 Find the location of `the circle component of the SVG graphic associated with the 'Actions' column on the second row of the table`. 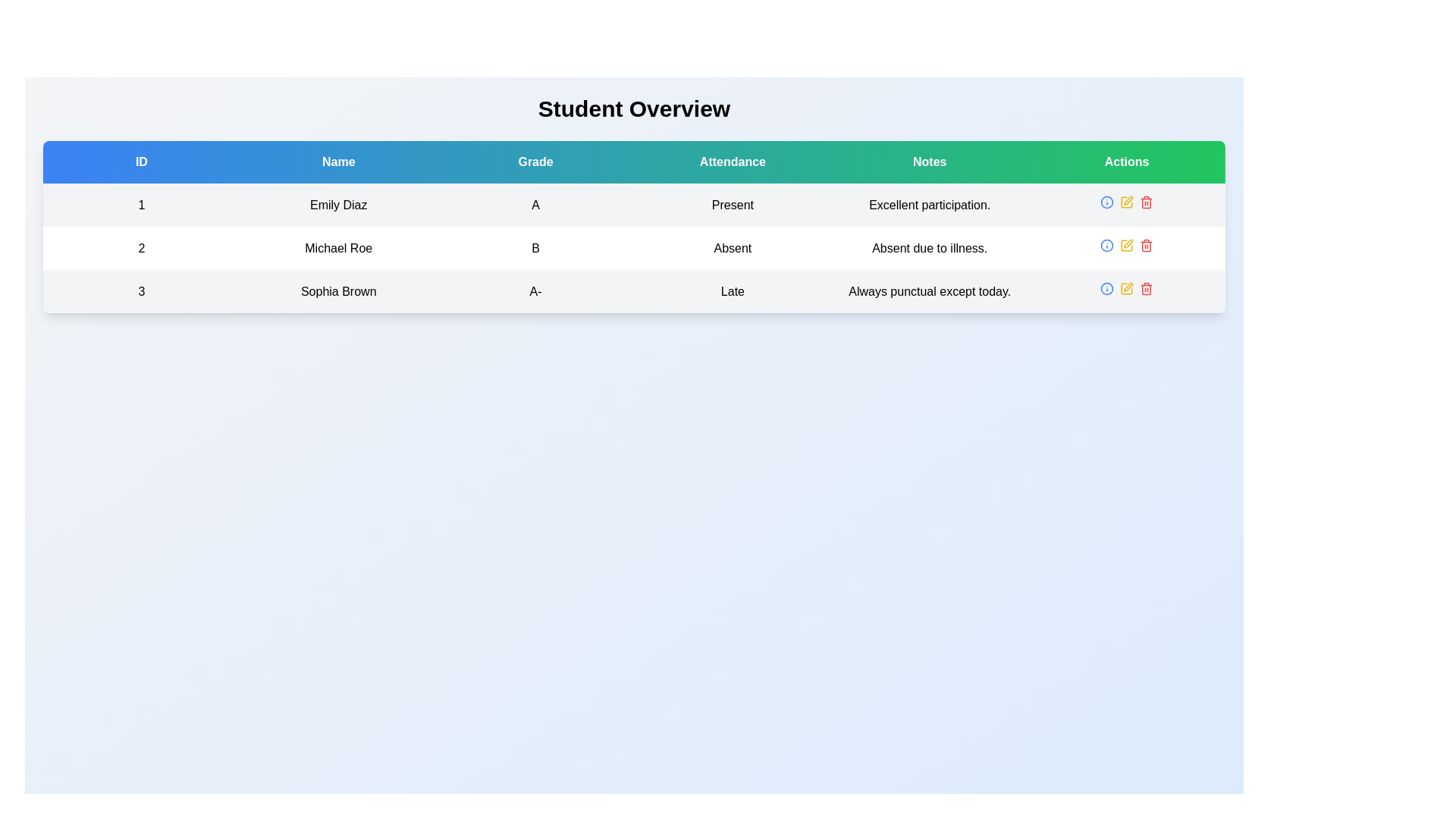

the circle component of the SVG graphic associated with the 'Actions' column on the second row of the table is located at coordinates (1106, 201).